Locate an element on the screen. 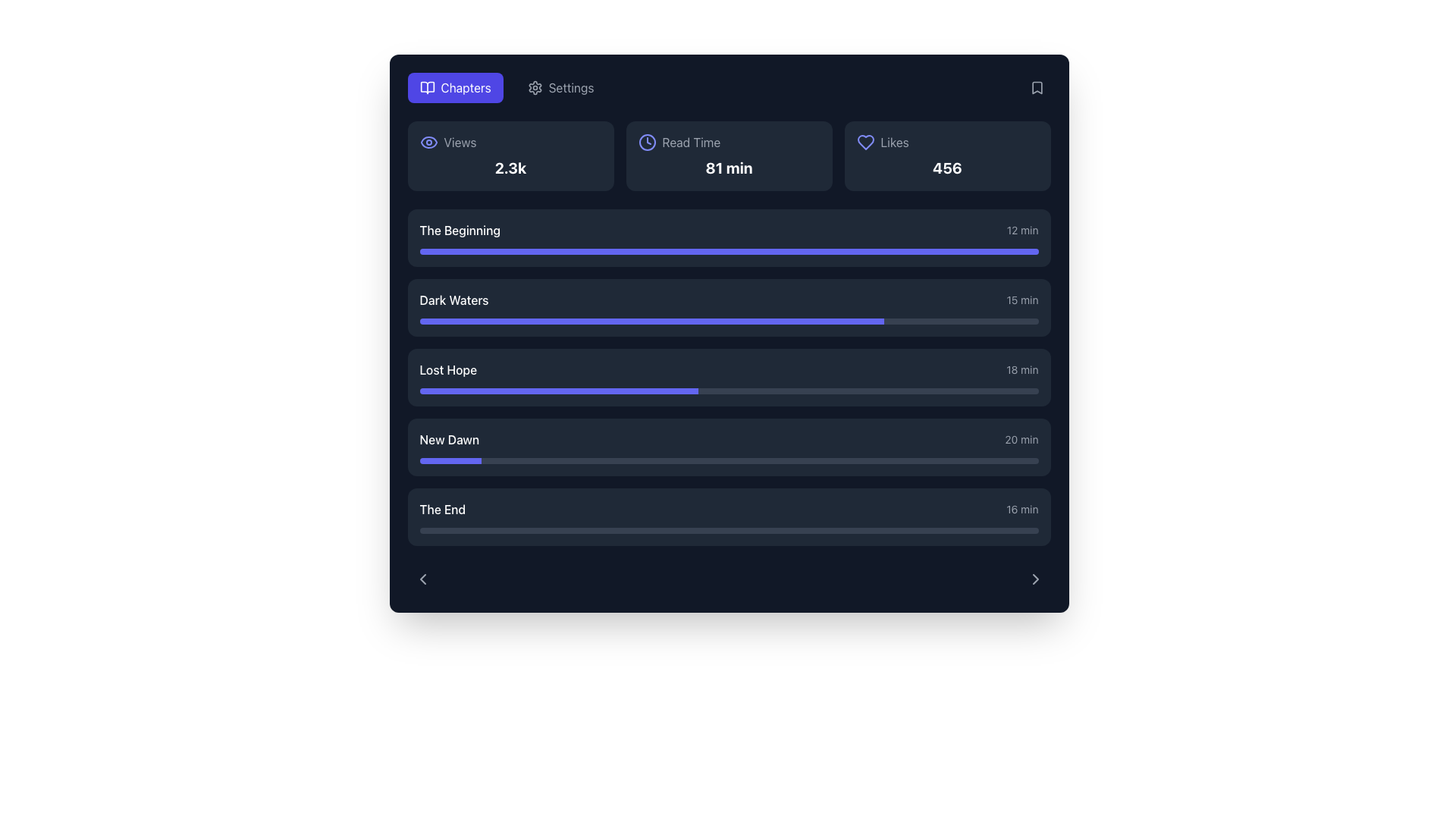  the bookmark icon located in the top right corner of the interface is located at coordinates (1036, 87).